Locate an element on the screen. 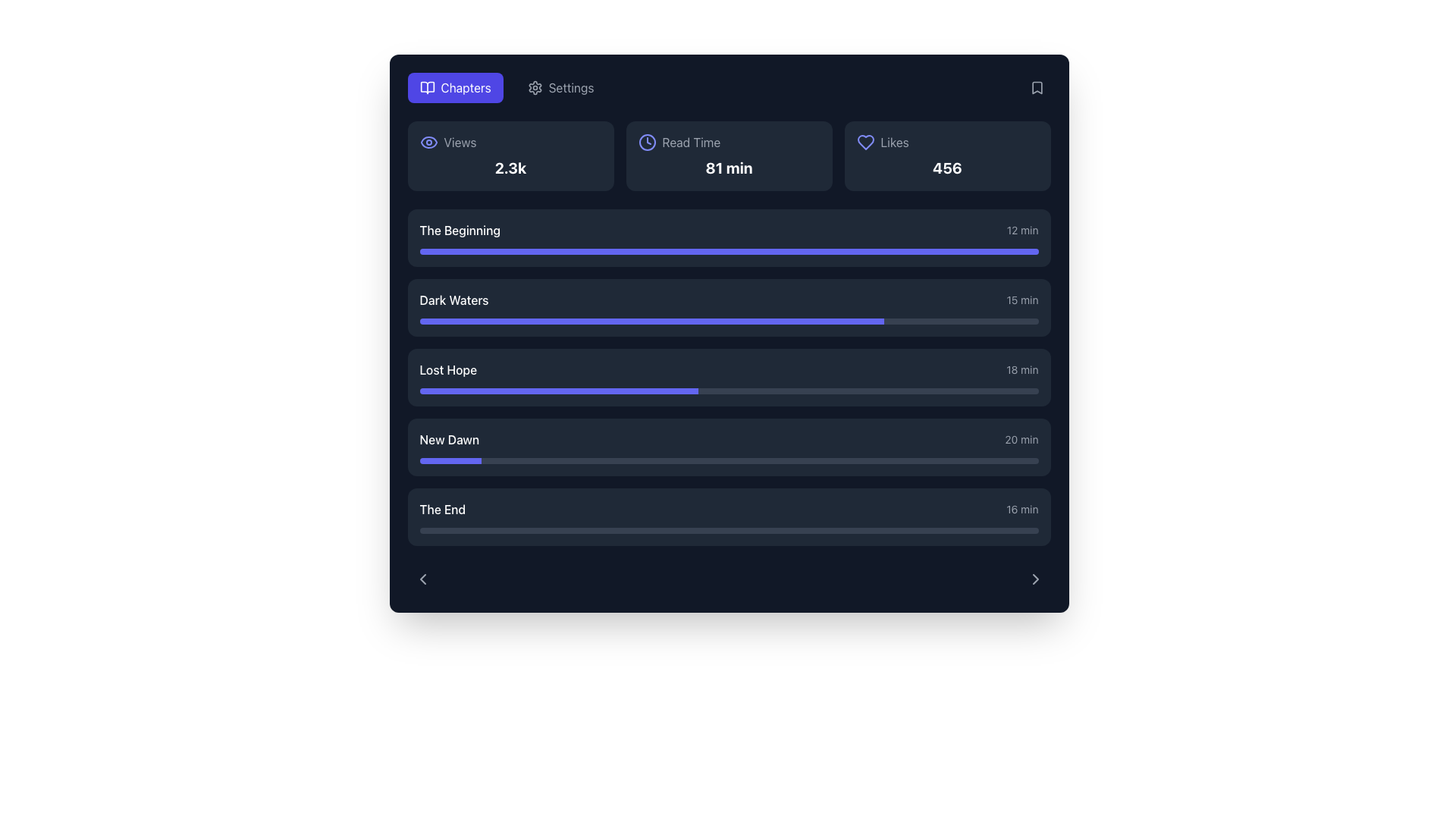  the bookmark icon located in the top right corner of the interface is located at coordinates (1036, 87).